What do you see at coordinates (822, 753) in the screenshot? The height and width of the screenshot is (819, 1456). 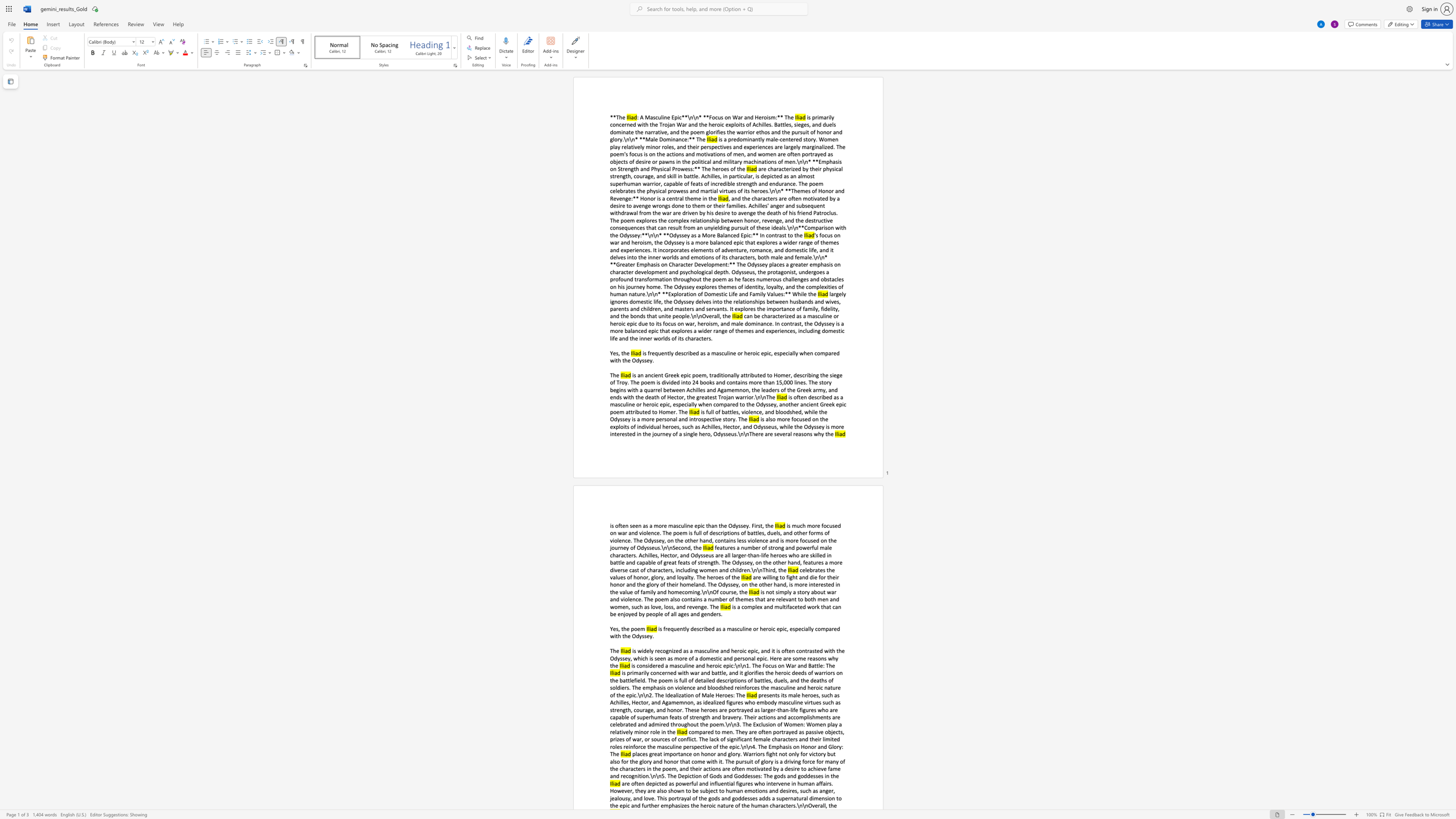 I see `the subset text "y but also for the glory and honor that come with it. The pursuit of glory is a driving fo" within the text "places great importance on honor and glory. Warriors fight not only for victory but also for the glory and honor that come with it. The pursuit of glory is a driving force for many of the characters in the poem, and their actions are often motivated by a desire to achieve fame and recognition.\n\n5. The Depiction of Gods and Goddesses: The gods and goddesses in the"` at bounding box center [822, 753].